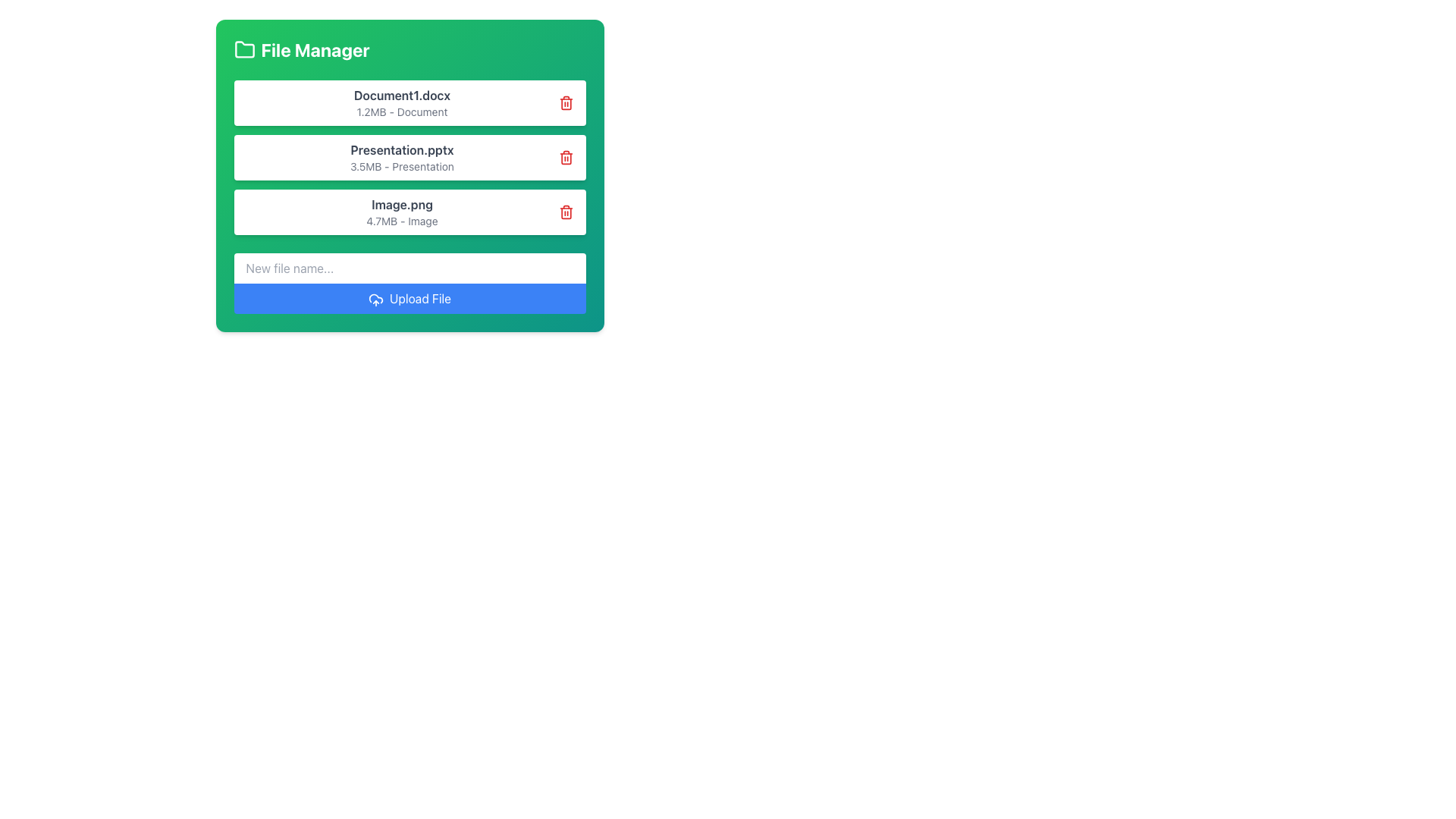  I want to click on the text label in the second row of the file manager UI, so click(402, 158).